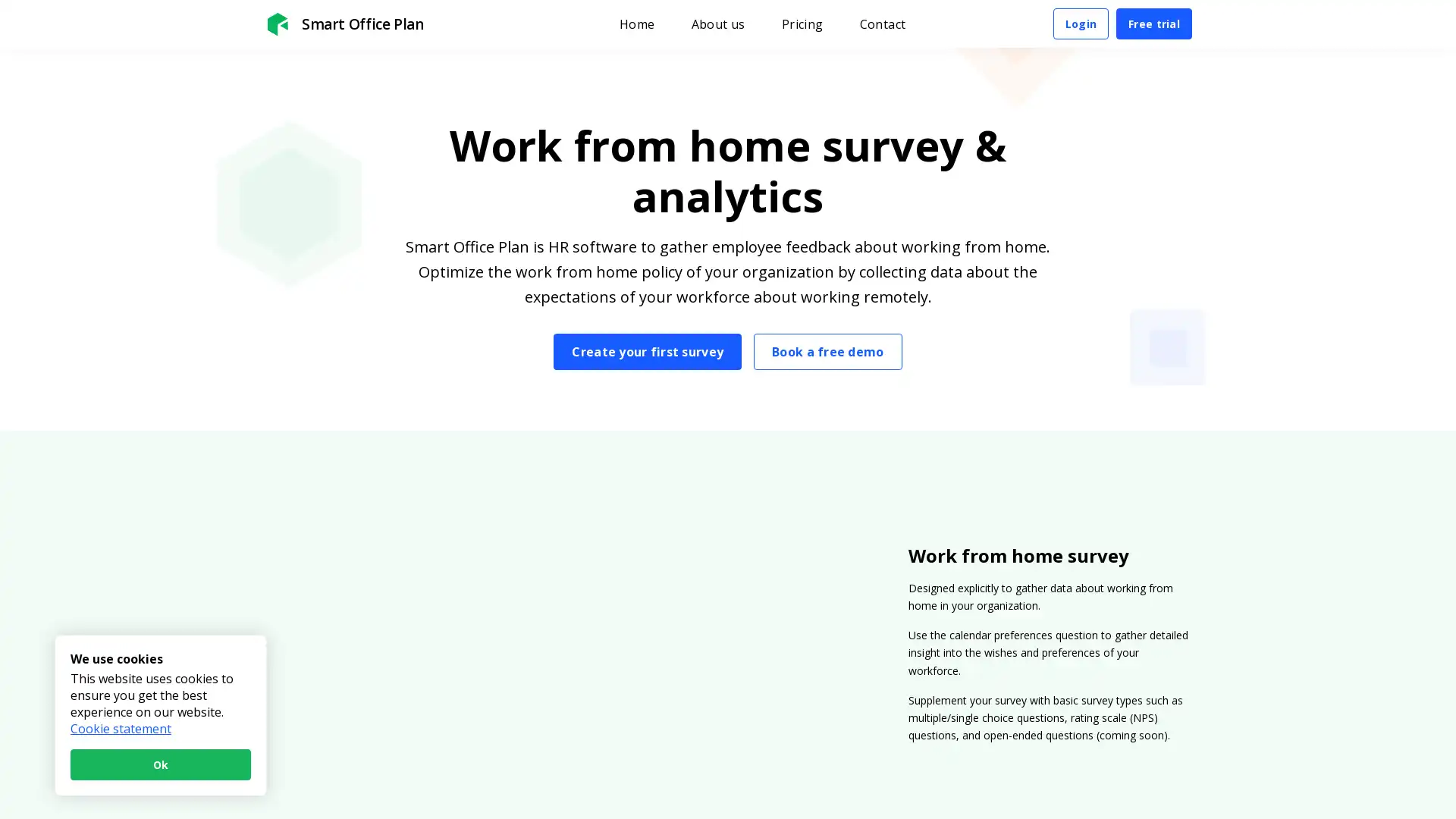 This screenshot has height=819, width=1456. Describe the element at coordinates (827, 351) in the screenshot. I see `Book a free demo` at that location.